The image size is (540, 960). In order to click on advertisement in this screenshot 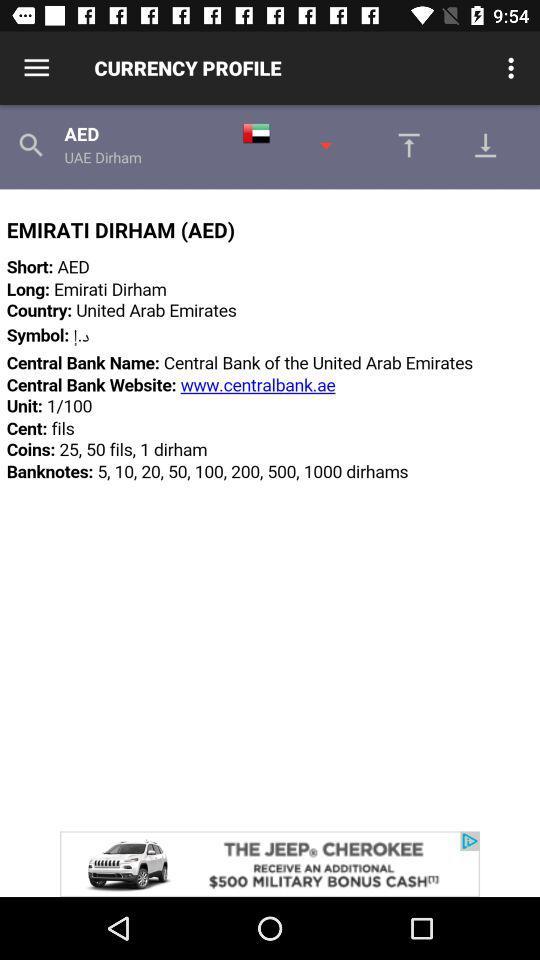, I will do `click(270, 863)`.